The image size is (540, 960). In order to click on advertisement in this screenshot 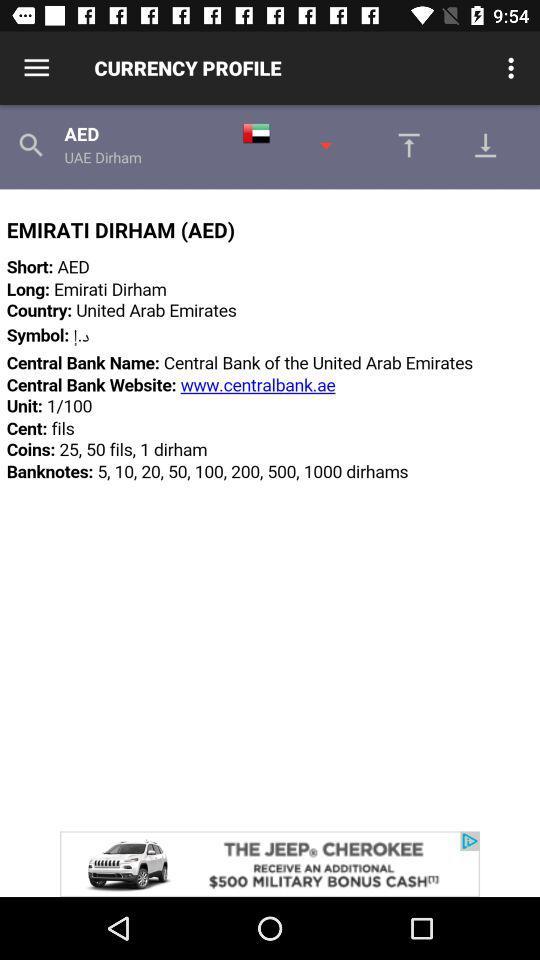, I will do `click(270, 863)`.